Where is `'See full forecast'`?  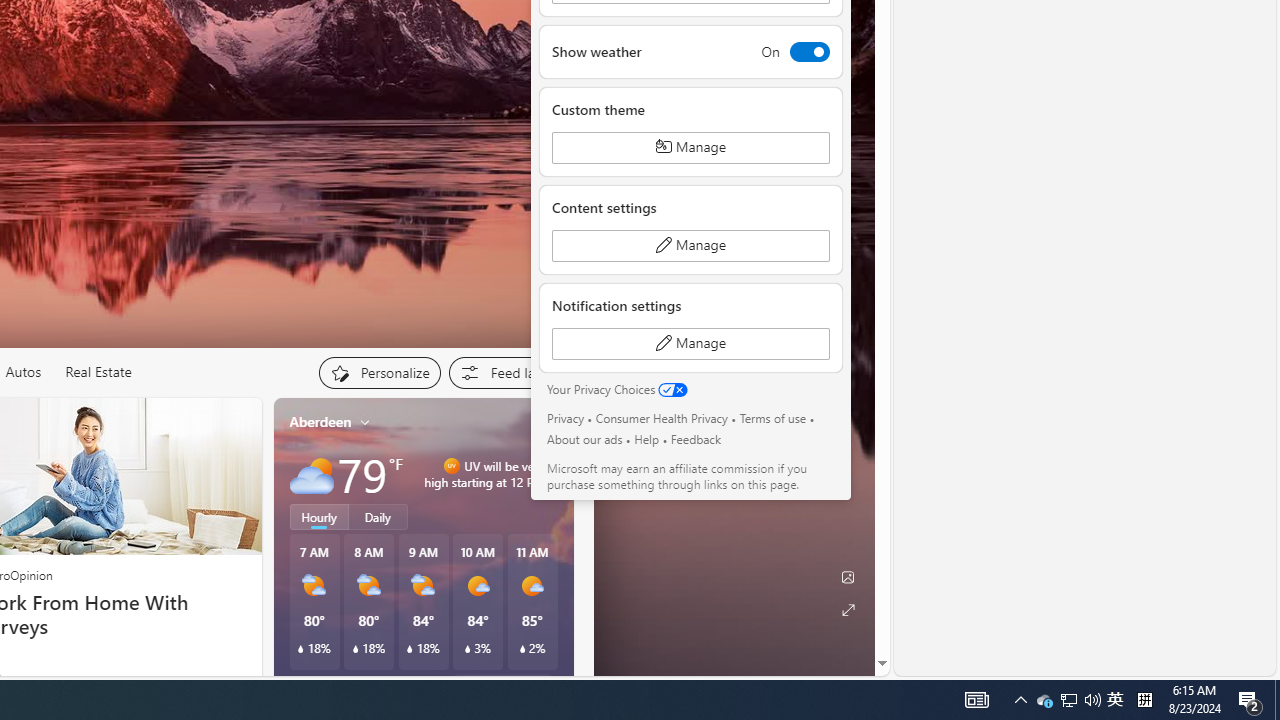 'See full forecast' is located at coordinates (502, 684).